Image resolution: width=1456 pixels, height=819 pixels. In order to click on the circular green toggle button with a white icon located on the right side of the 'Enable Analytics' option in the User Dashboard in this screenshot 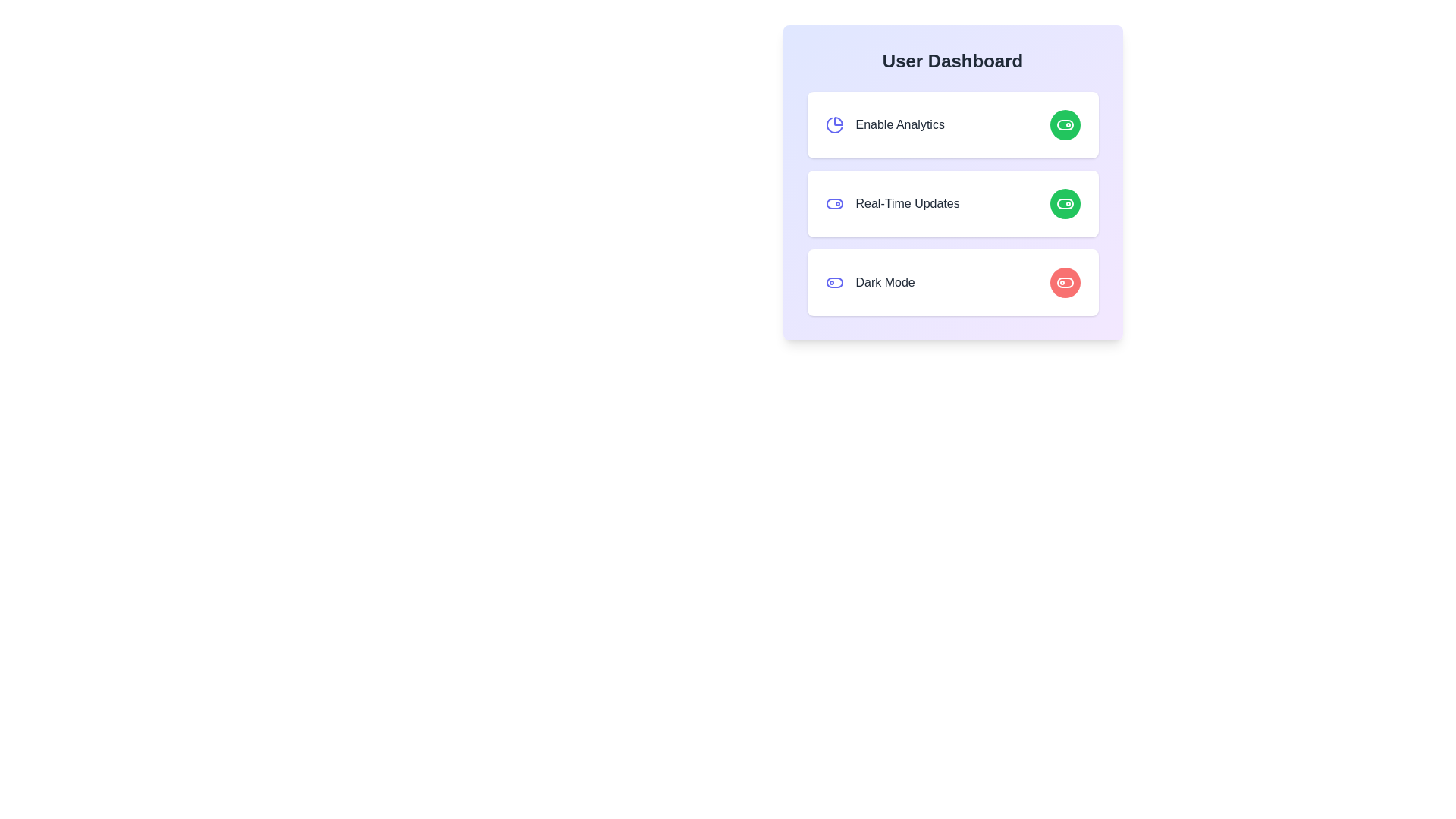, I will do `click(1064, 124)`.